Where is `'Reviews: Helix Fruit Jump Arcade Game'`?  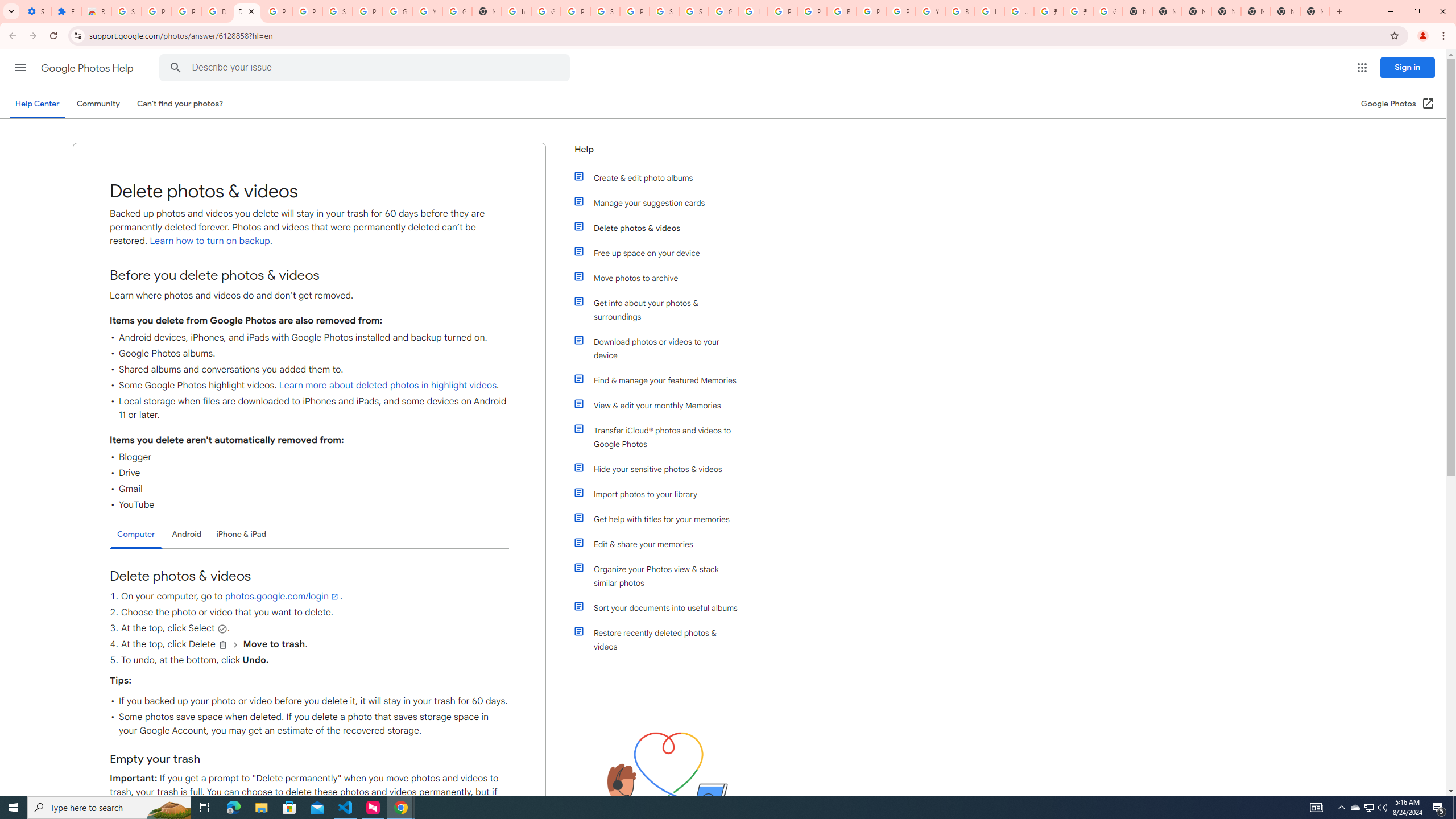 'Reviews: Helix Fruit Jump Arcade Game' is located at coordinates (95, 11).